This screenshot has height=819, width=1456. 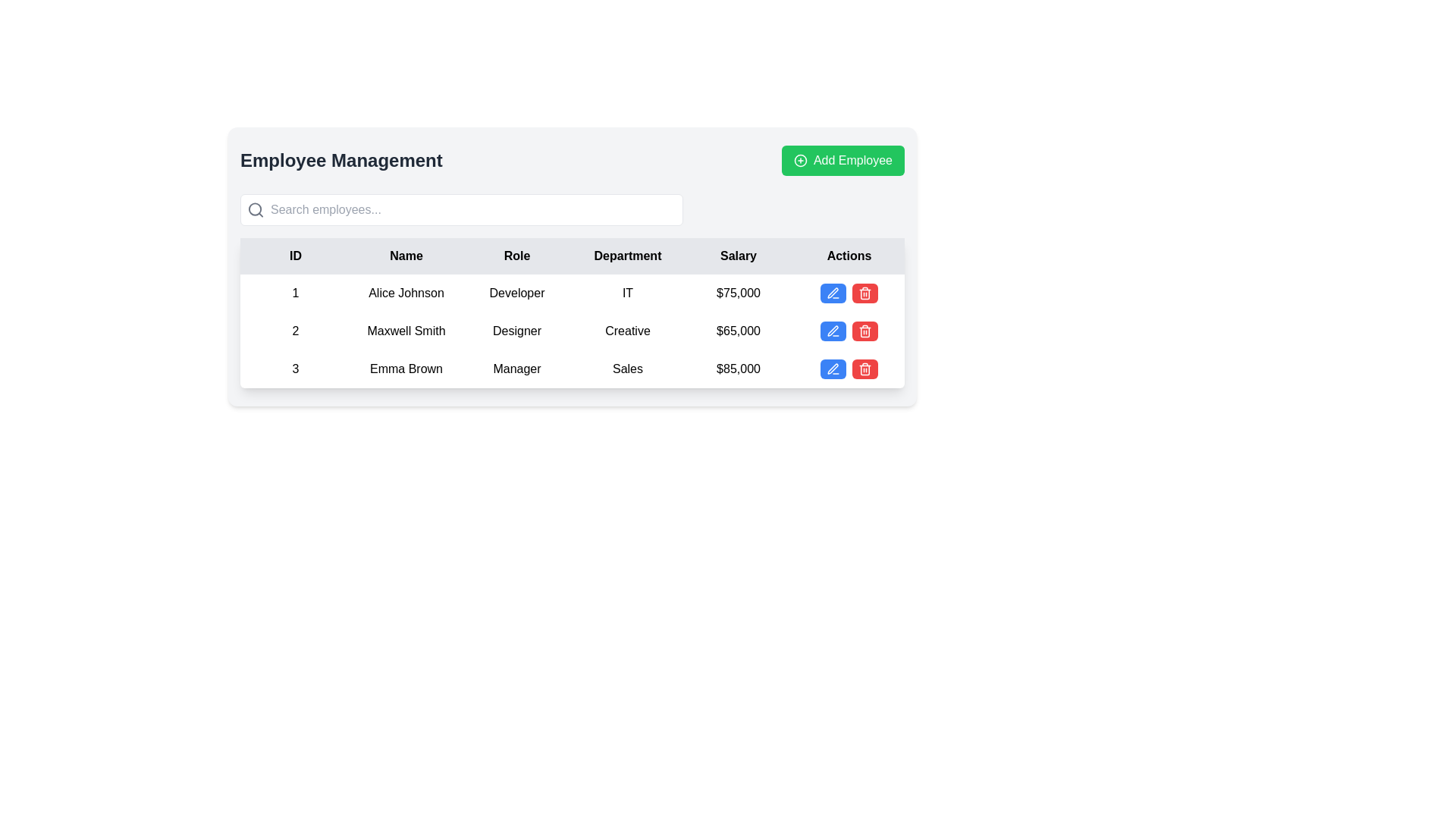 What do you see at coordinates (848, 256) in the screenshot?
I see `the 'Actions' text label, which is the sixth column header in the table, styled in bold black font on a light gray background` at bounding box center [848, 256].